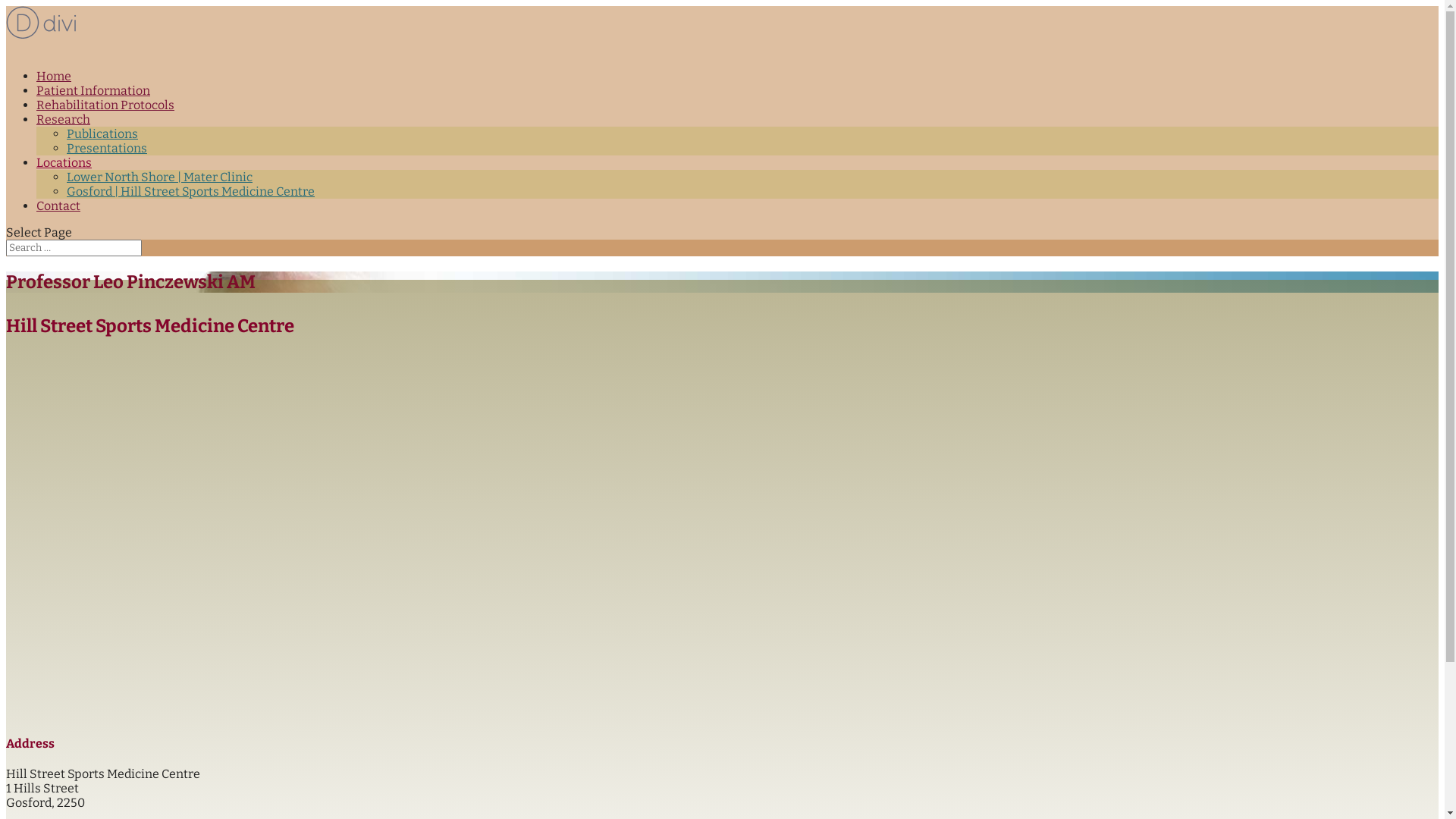 The height and width of the screenshot is (819, 1456). I want to click on 'Locations', so click(63, 170).